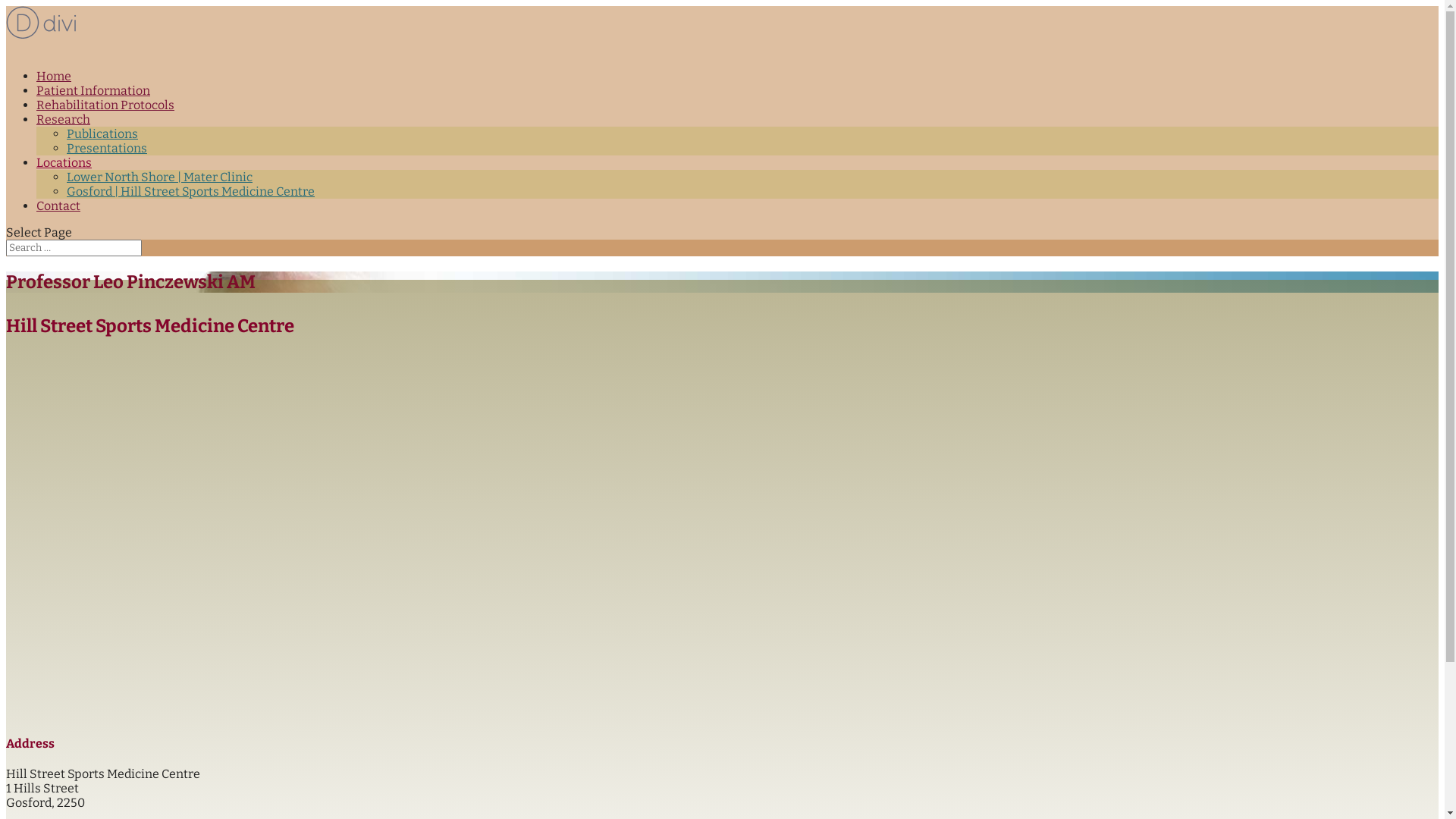 The height and width of the screenshot is (819, 1456). I want to click on 'Locations', so click(63, 170).